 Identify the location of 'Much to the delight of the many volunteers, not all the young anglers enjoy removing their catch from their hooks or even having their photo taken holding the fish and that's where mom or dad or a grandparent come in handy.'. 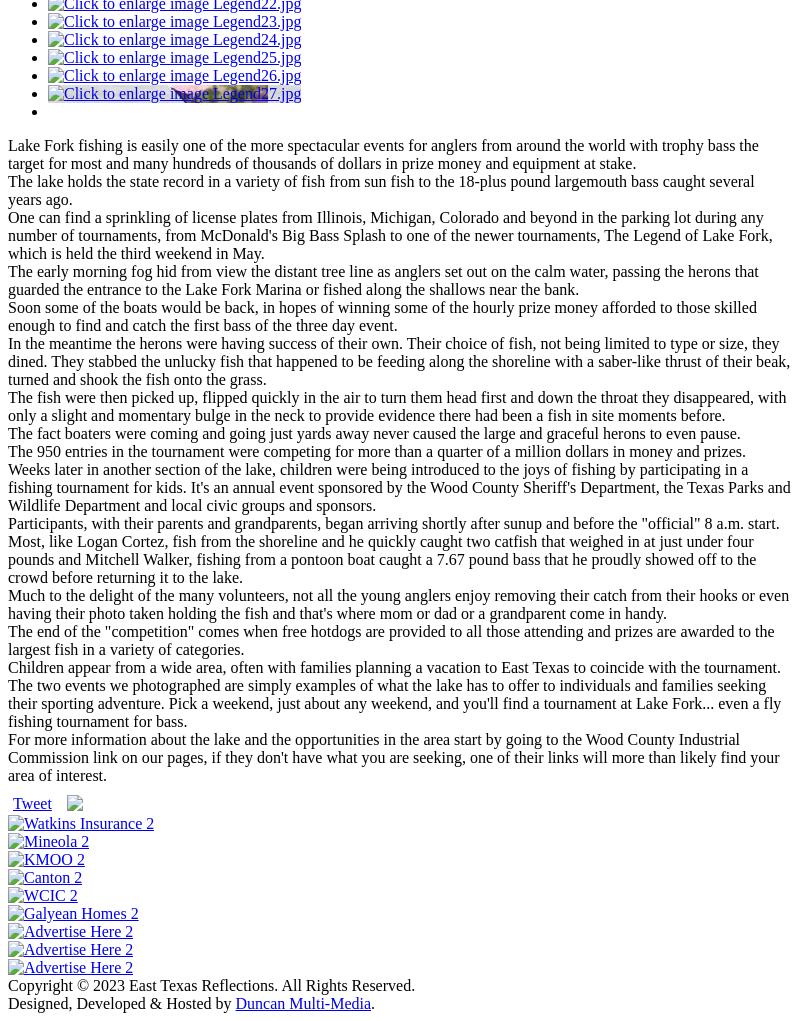
(398, 603).